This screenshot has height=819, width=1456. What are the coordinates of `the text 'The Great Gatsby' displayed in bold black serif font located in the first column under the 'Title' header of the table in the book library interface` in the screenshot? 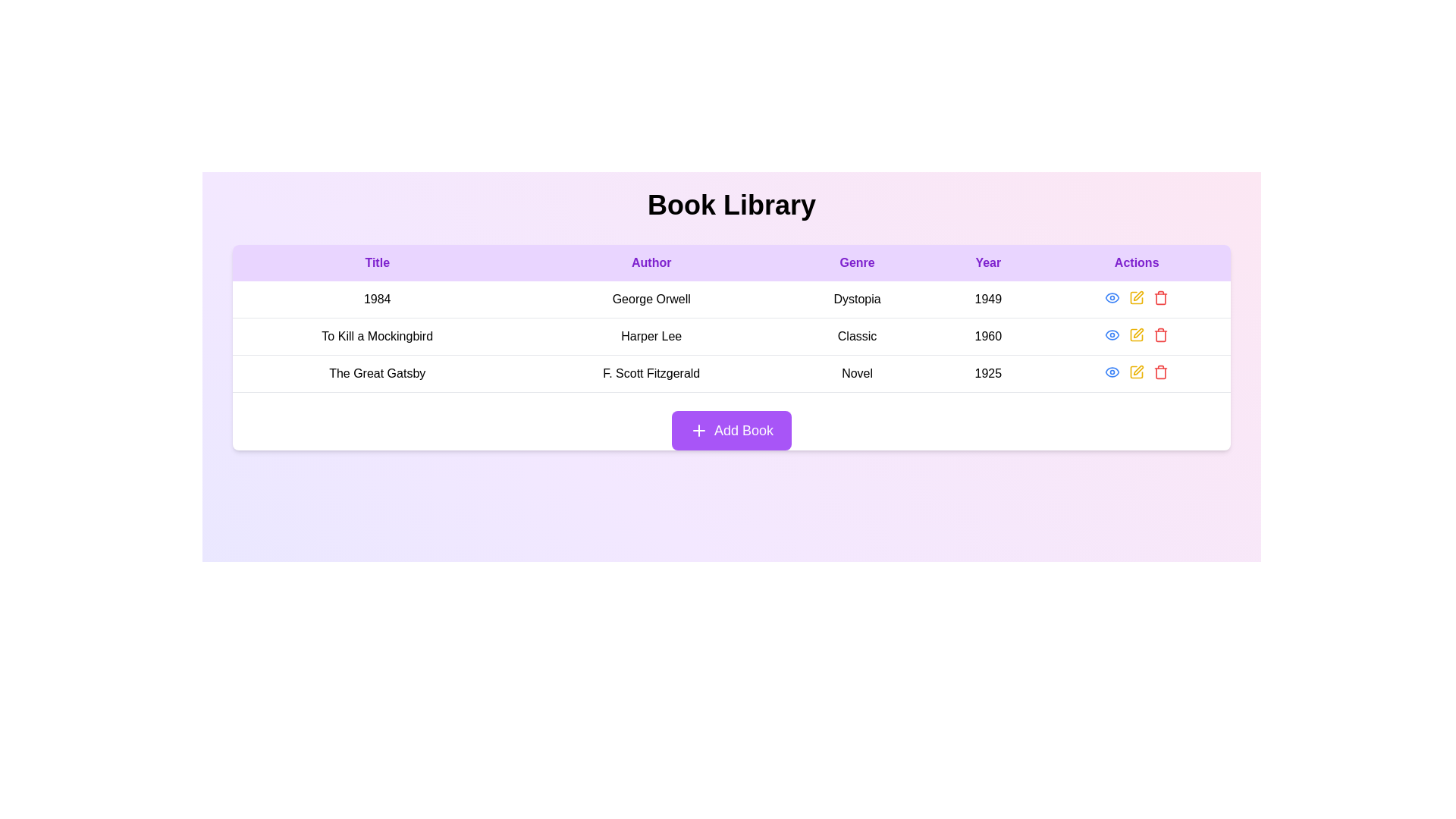 It's located at (377, 374).